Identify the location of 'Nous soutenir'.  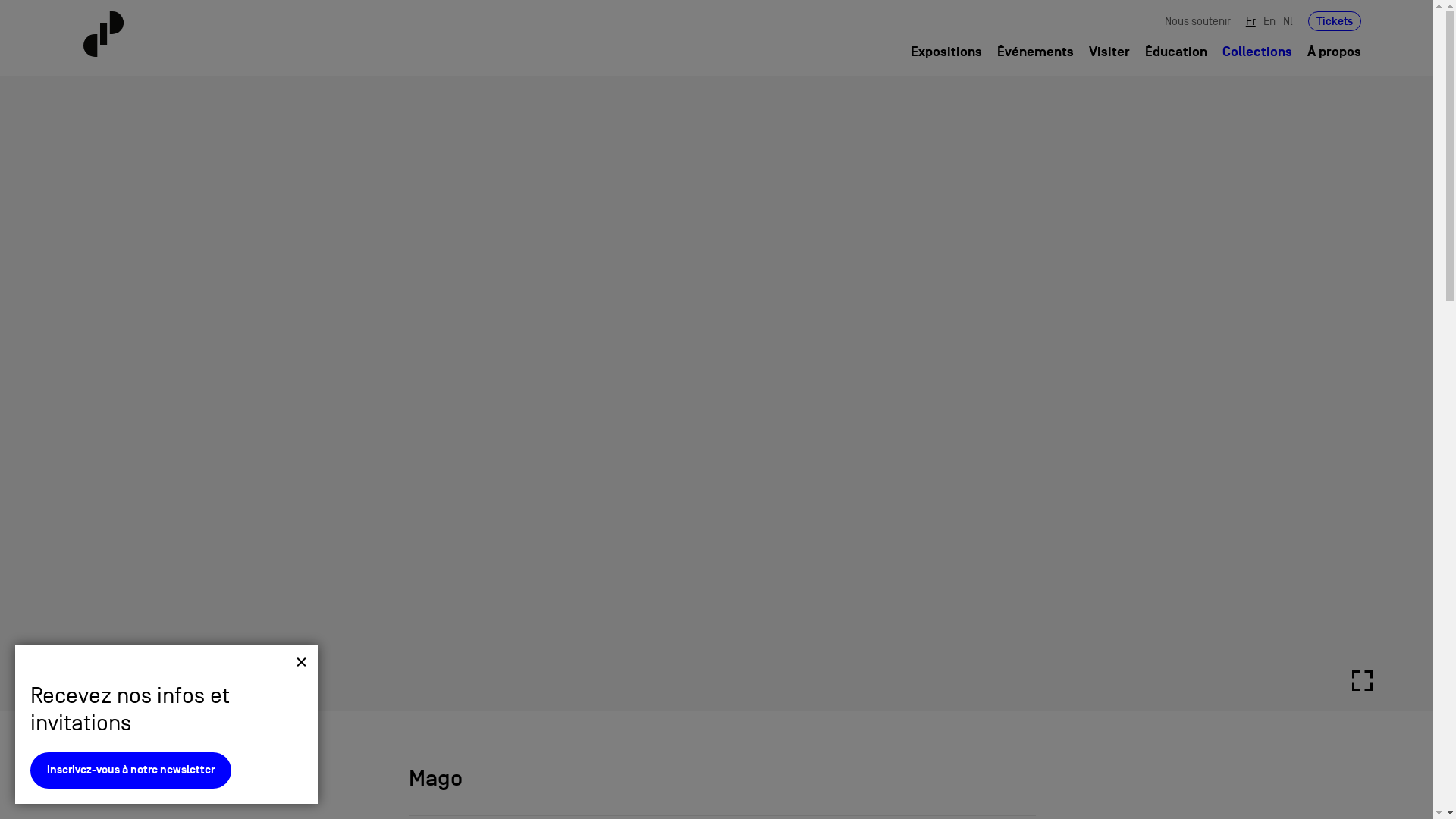
(1197, 20).